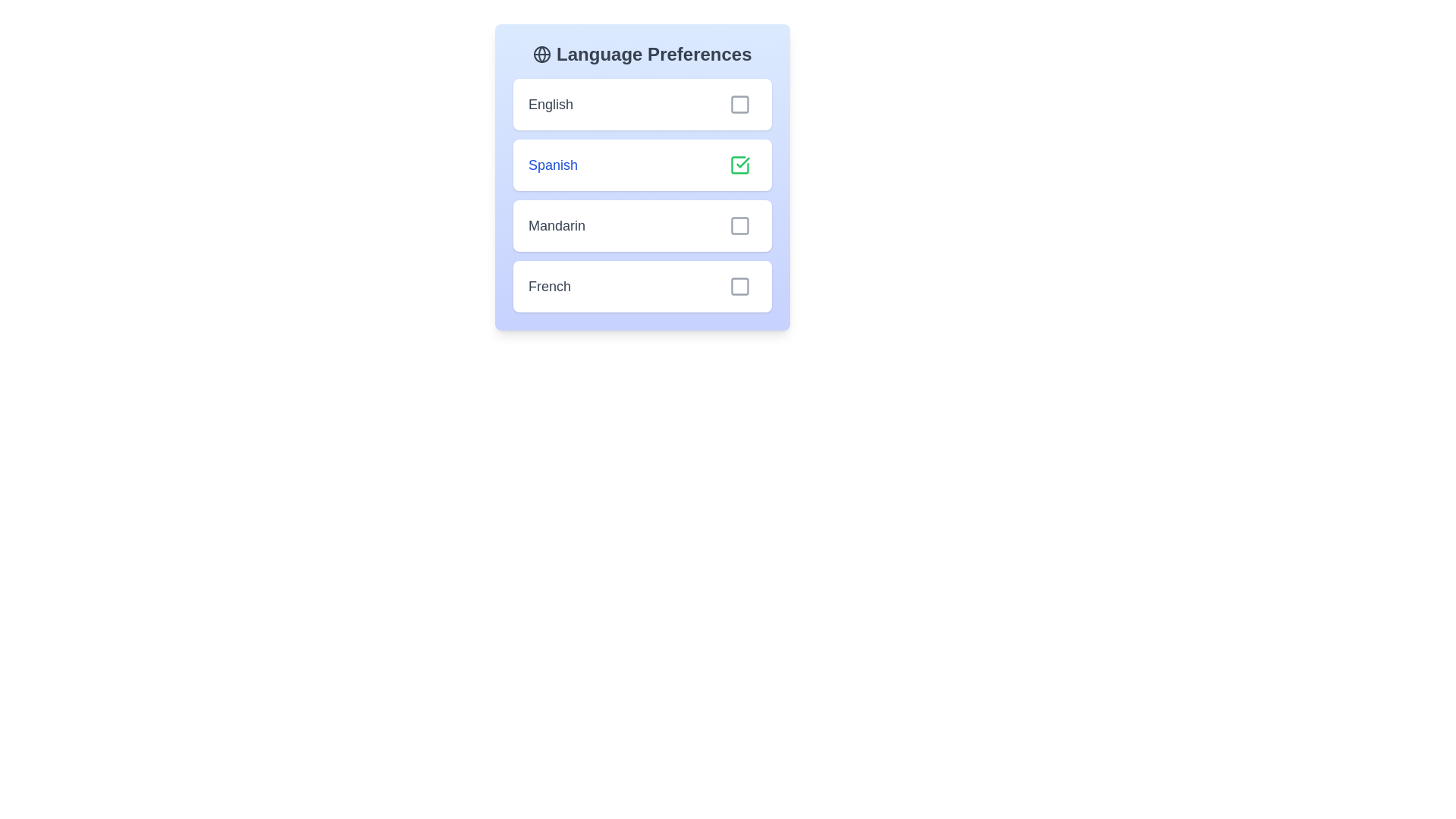 The image size is (1456, 819). What do you see at coordinates (548, 287) in the screenshot?
I see `the 'French' text label, which is bold and gray, located in the fourth row of language options` at bounding box center [548, 287].